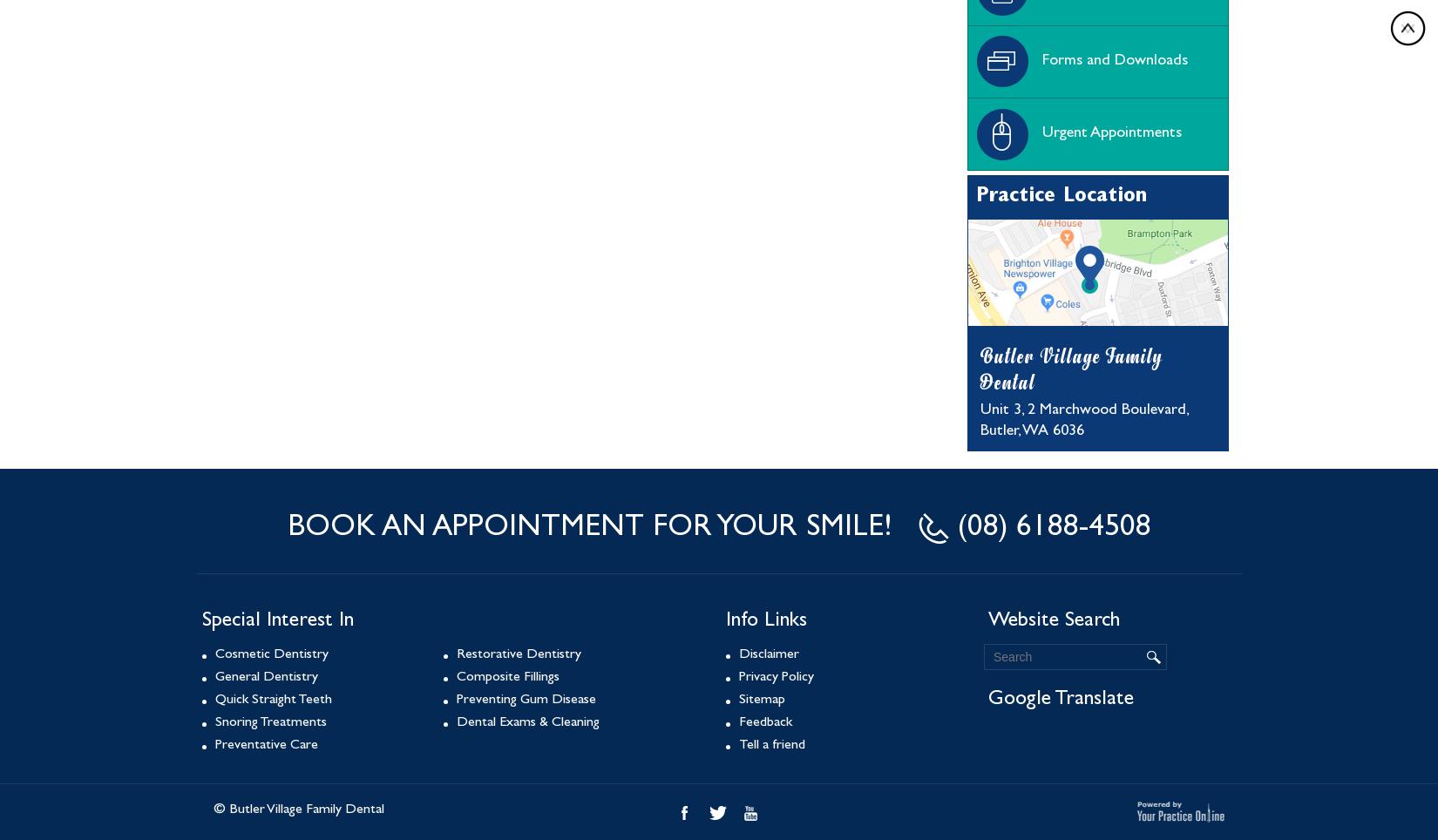  What do you see at coordinates (766, 622) in the screenshot?
I see `'Info Links'` at bounding box center [766, 622].